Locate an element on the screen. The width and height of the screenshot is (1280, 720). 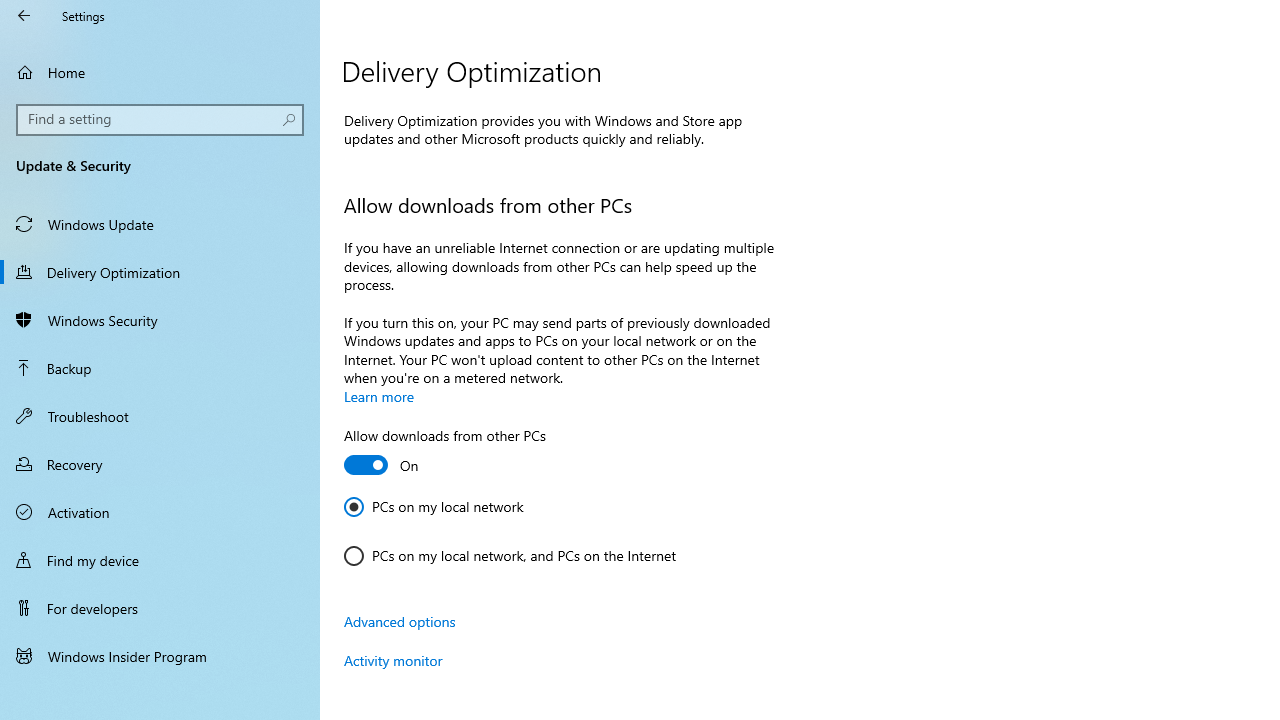
'Windows Insider Program' is located at coordinates (160, 655).